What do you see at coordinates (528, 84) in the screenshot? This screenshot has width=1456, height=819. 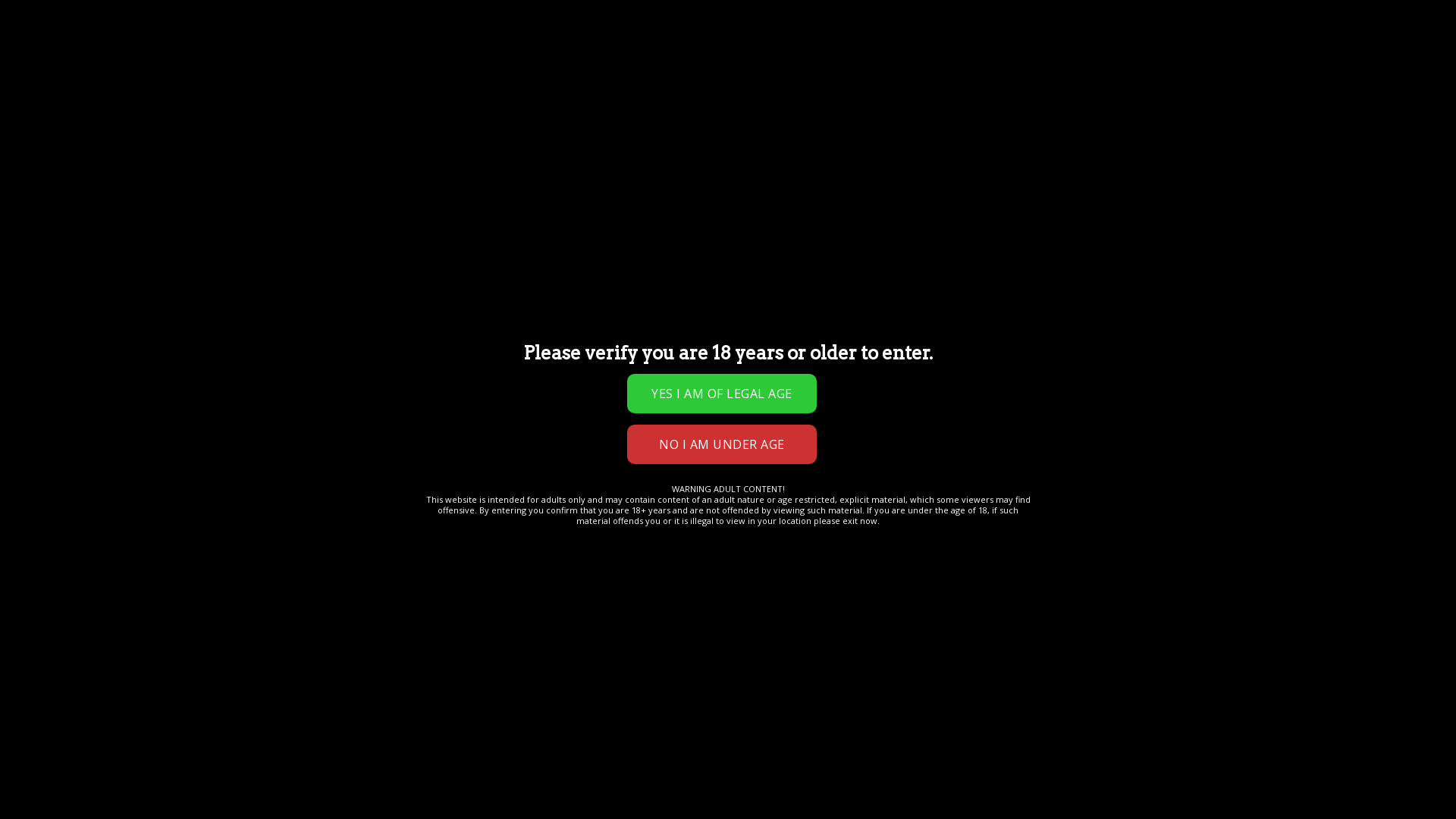 I see `'DRYING OVENS'` at bounding box center [528, 84].